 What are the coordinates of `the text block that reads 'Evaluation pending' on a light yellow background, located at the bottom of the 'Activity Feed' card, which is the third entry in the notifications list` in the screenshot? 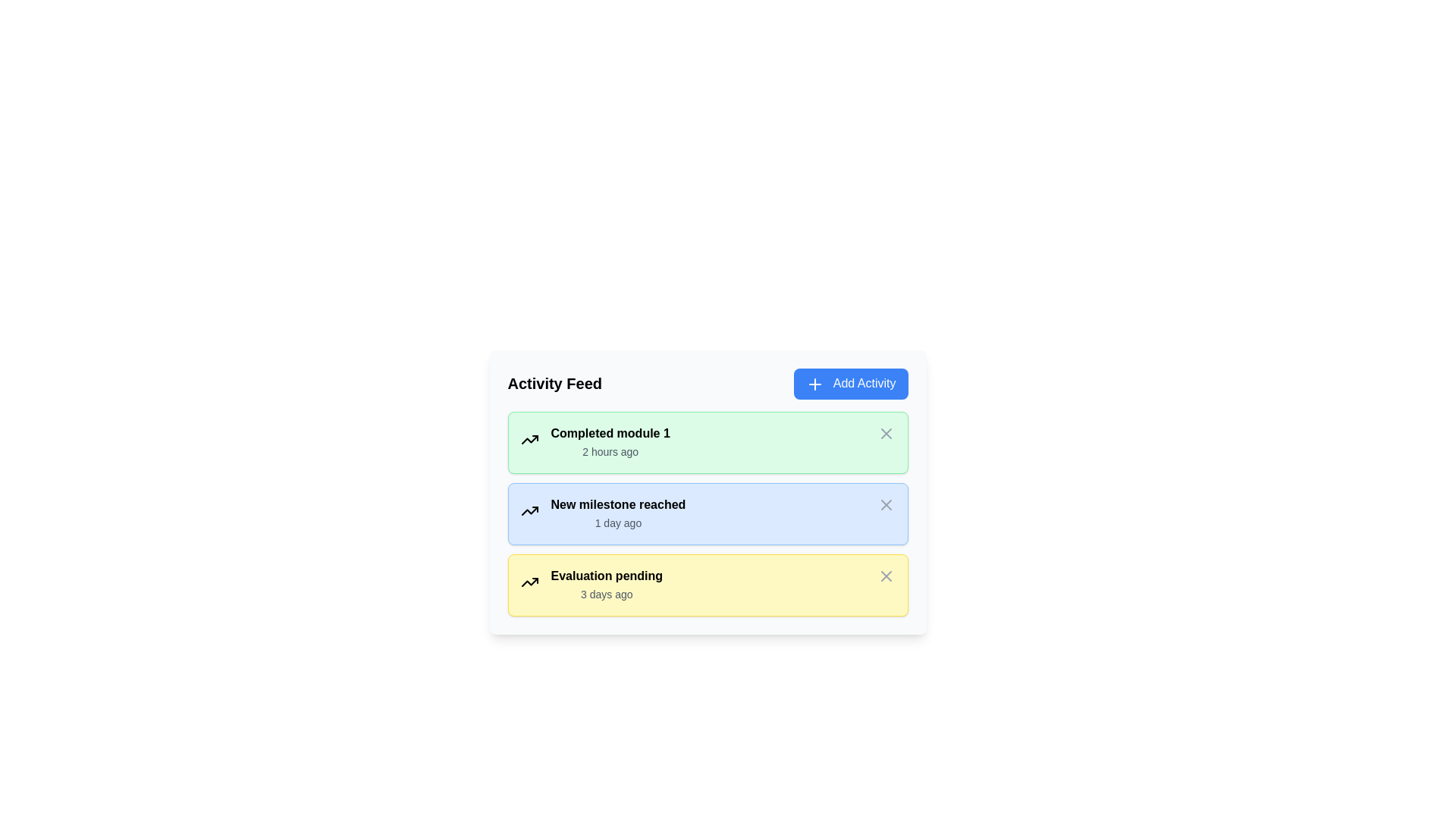 It's located at (607, 584).